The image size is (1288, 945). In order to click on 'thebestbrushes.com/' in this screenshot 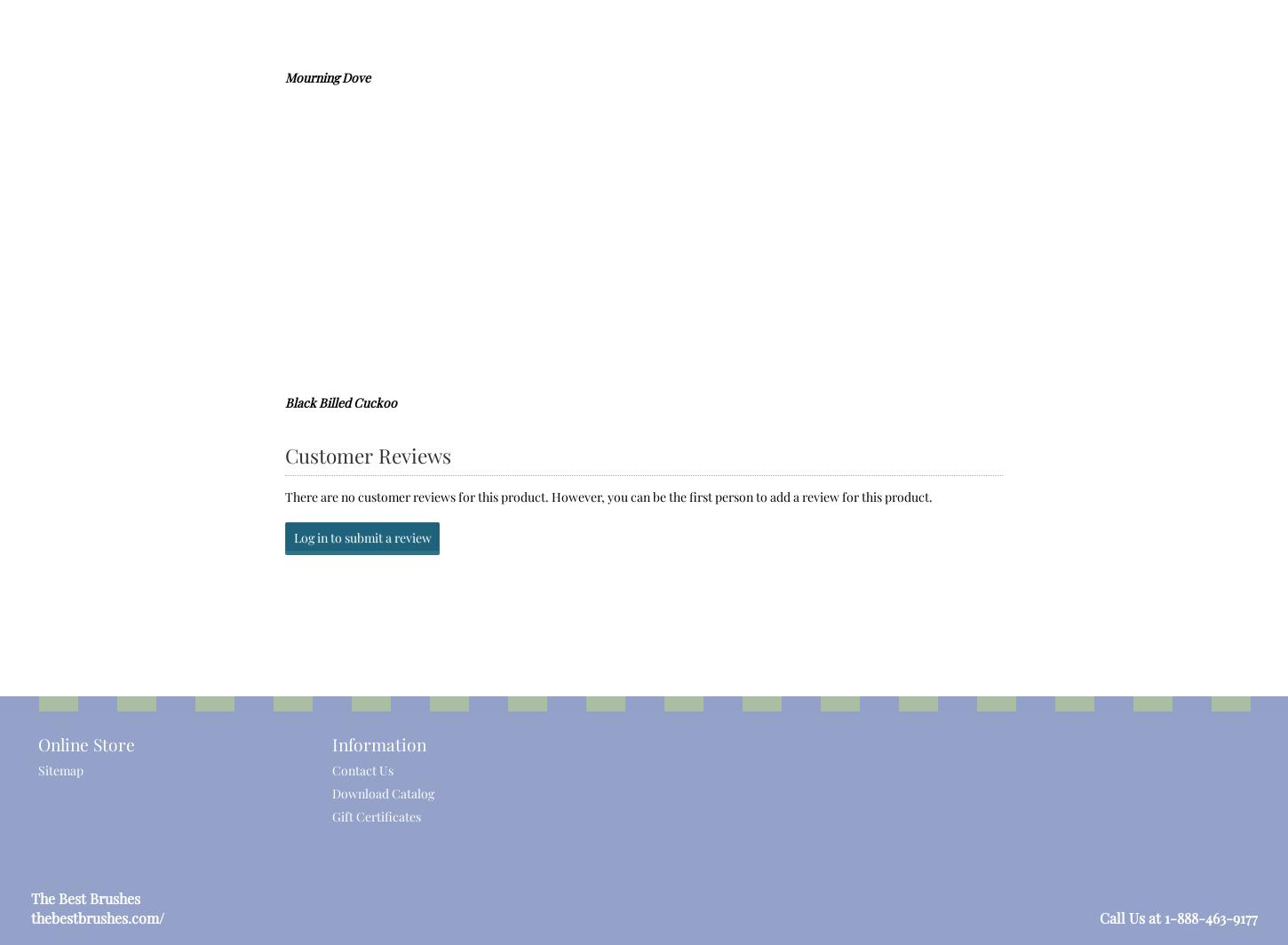, I will do `click(97, 917)`.